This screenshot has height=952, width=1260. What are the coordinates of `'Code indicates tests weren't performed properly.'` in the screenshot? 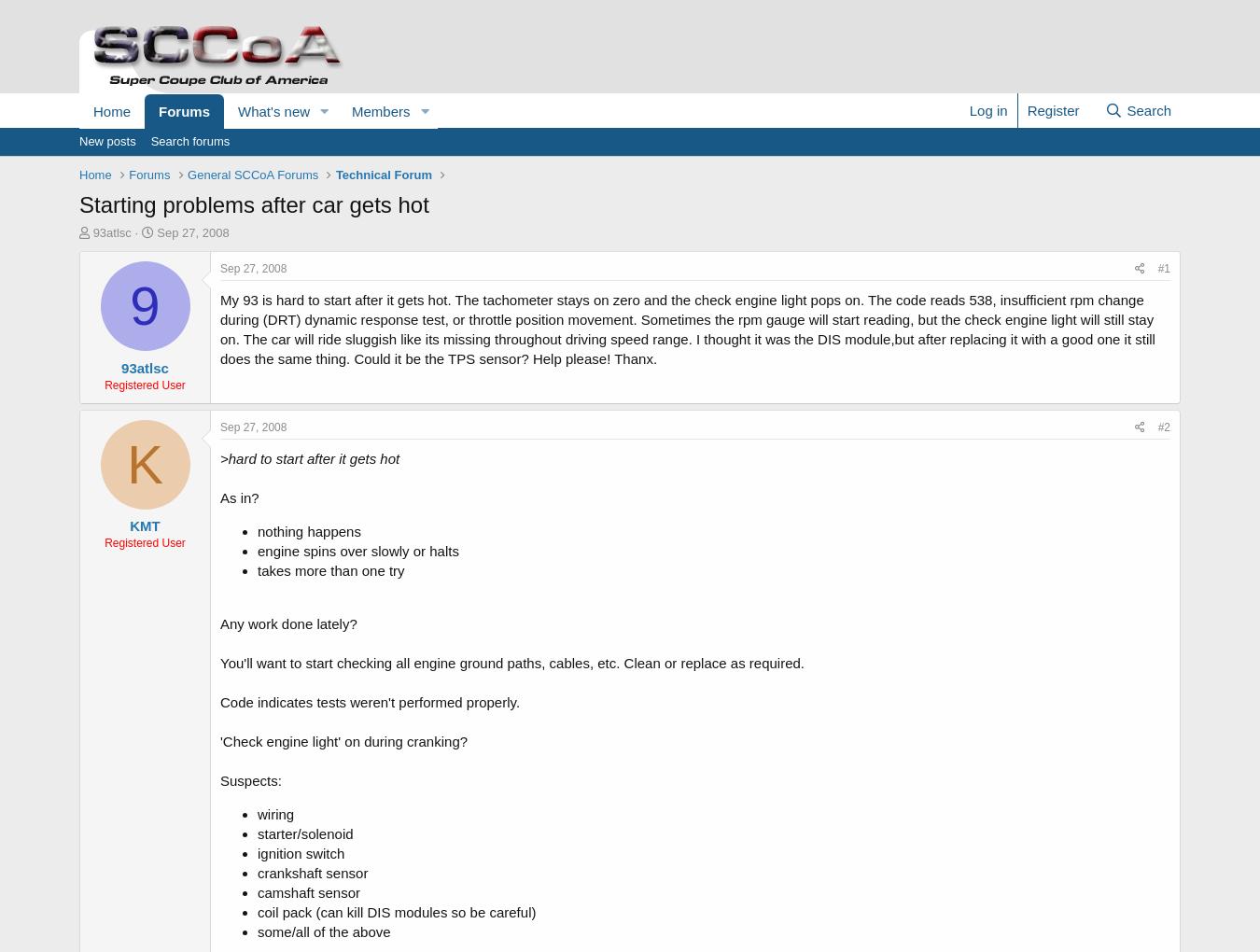 It's located at (218, 701).